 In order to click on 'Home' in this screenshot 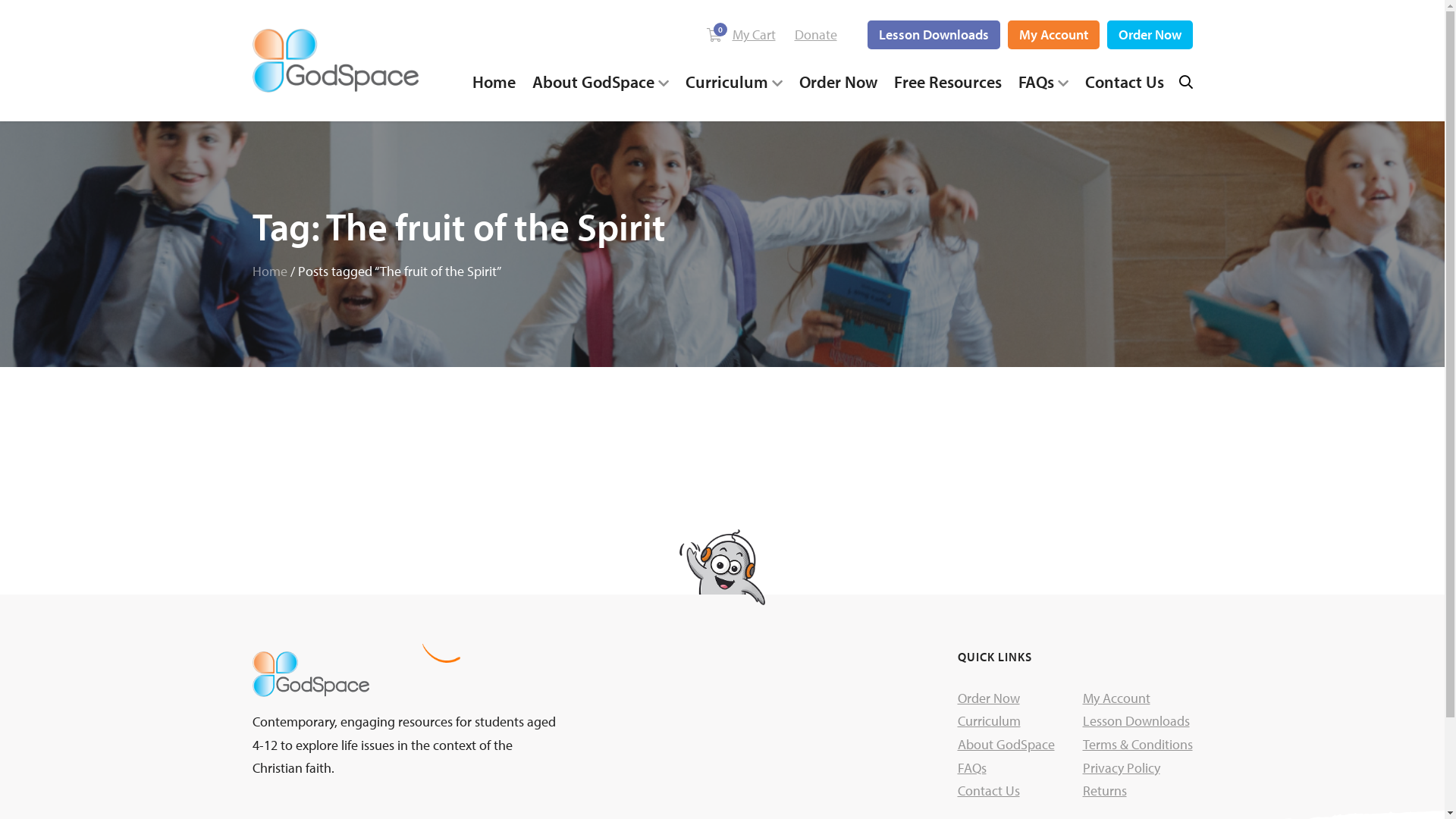, I will do `click(269, 270)`.